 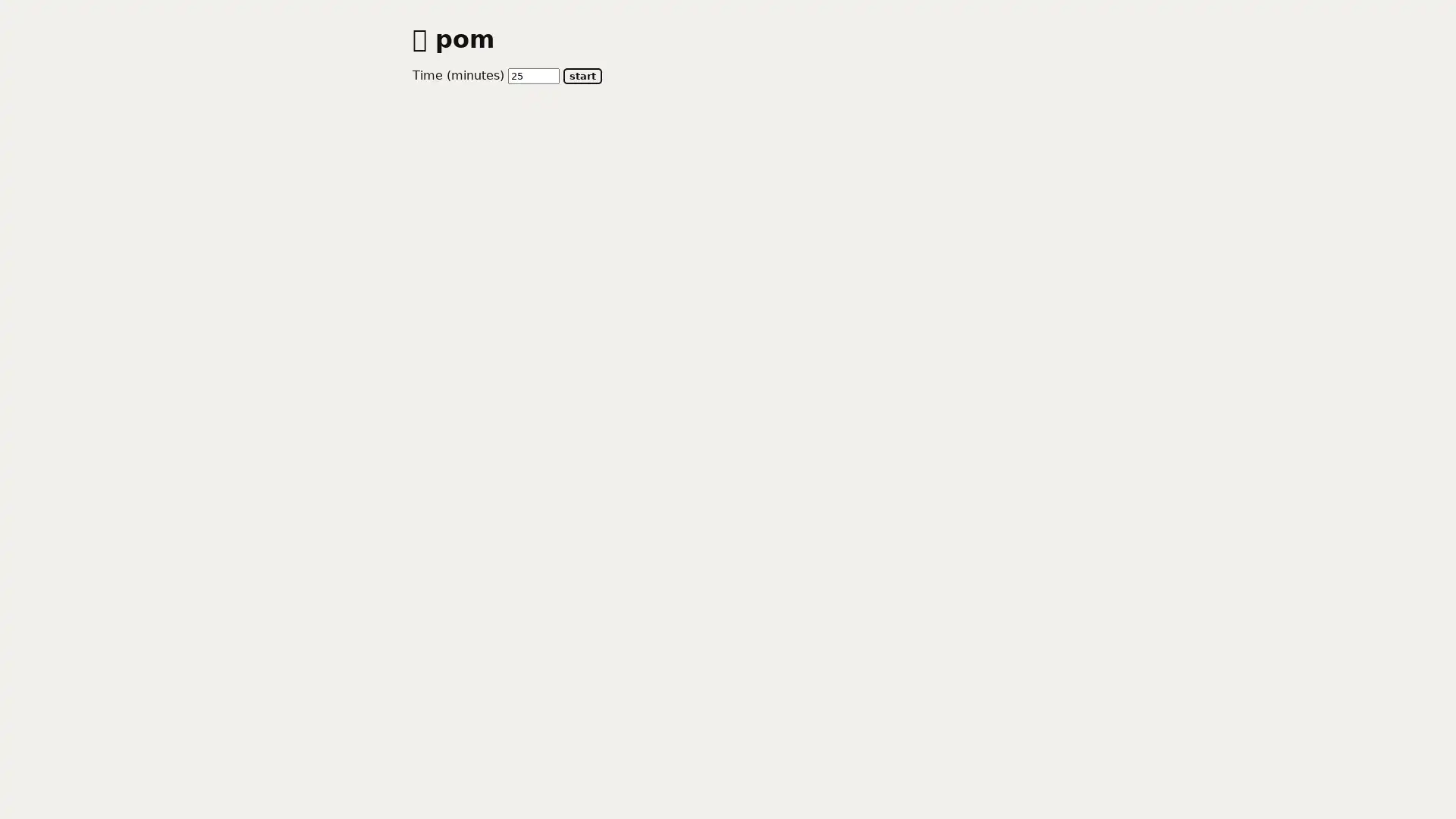 I want to click on start, so click(x=582, y=76).